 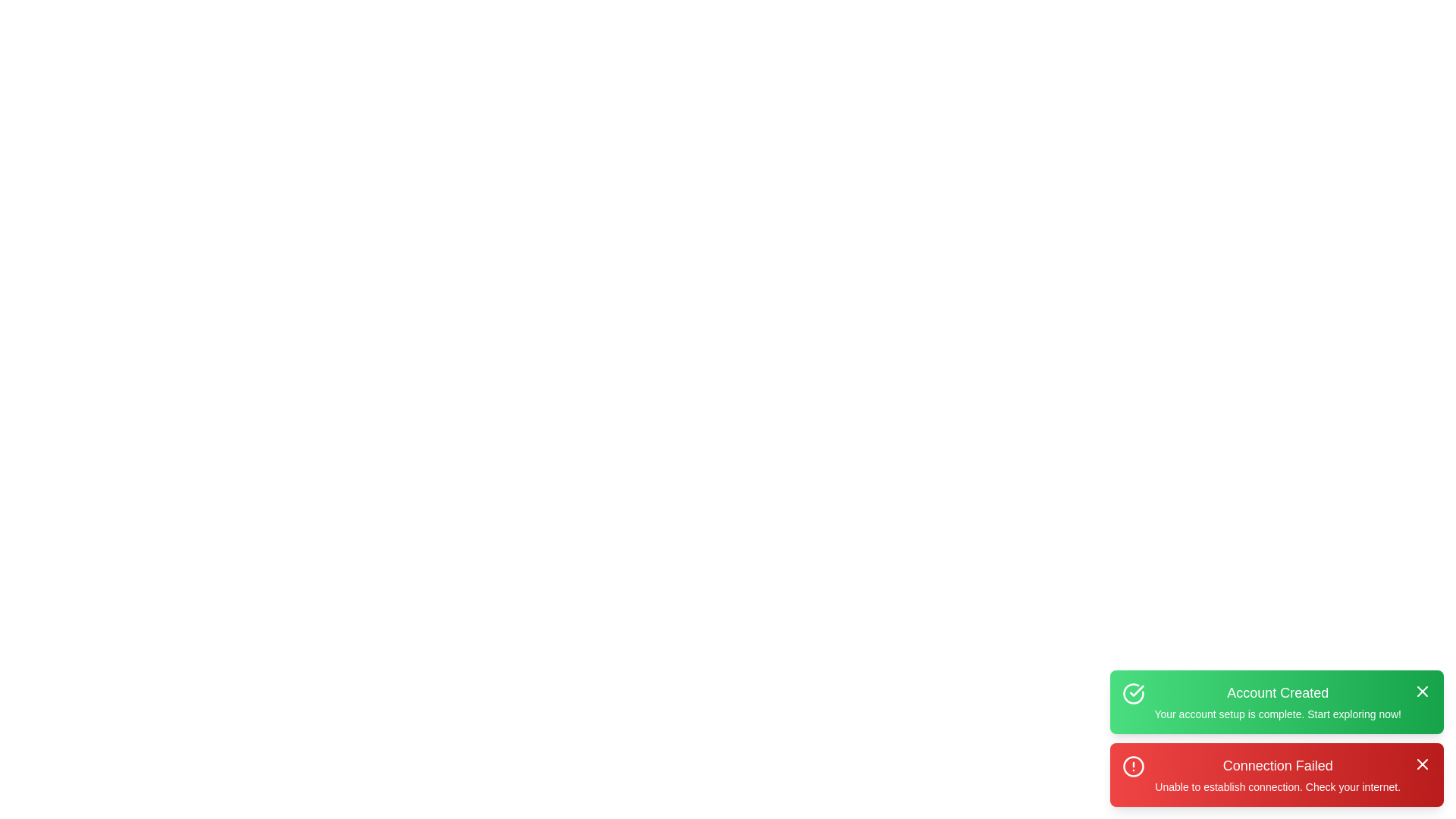 What do you see at coordinates (1422, 691) in the screenshot?
I see `close button on the notification with title 'Account Created'` at bounding box center [1422, 691].